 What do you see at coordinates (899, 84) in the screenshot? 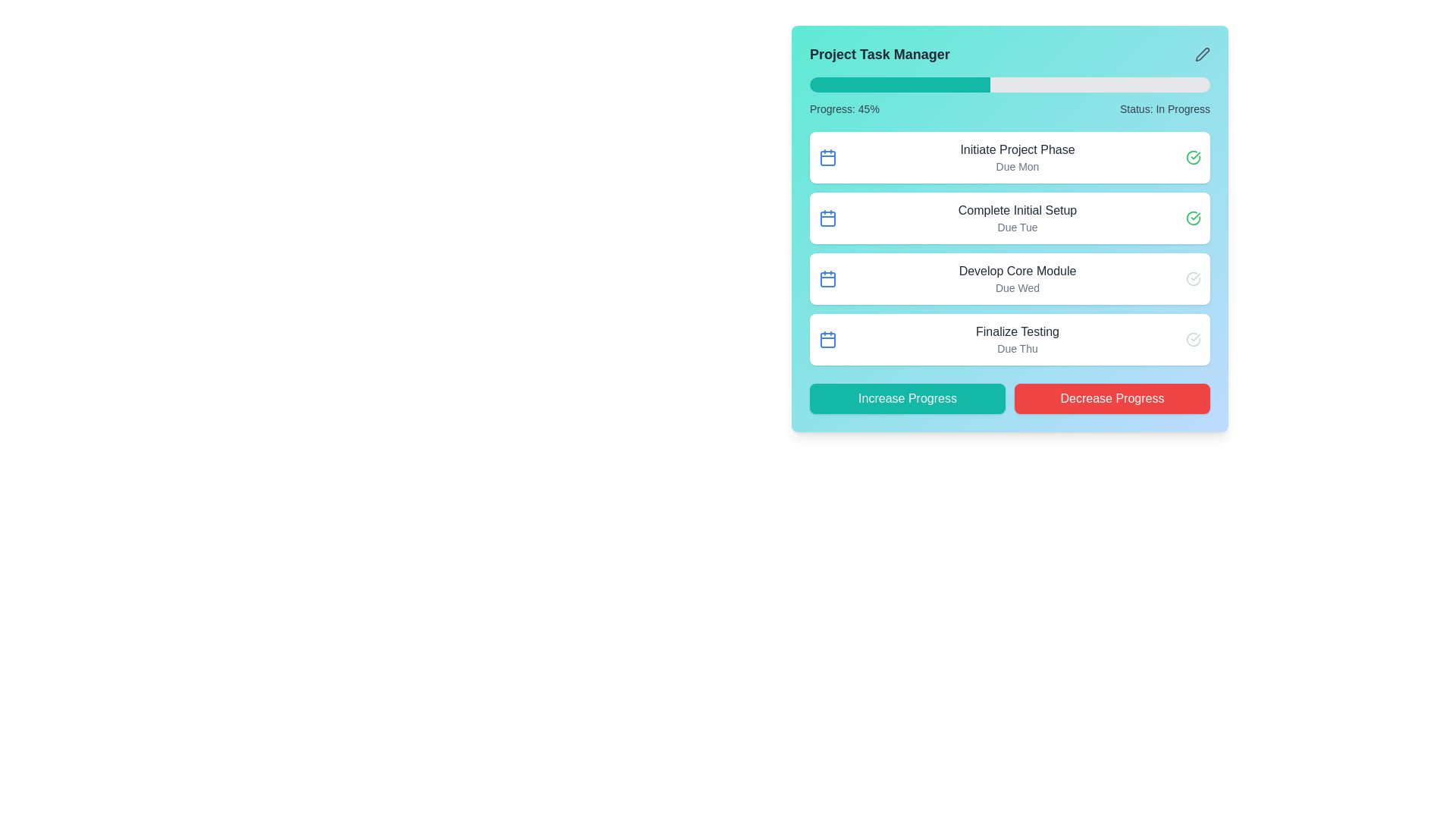
I see `the progress bar` at bounding box center [899, 84].